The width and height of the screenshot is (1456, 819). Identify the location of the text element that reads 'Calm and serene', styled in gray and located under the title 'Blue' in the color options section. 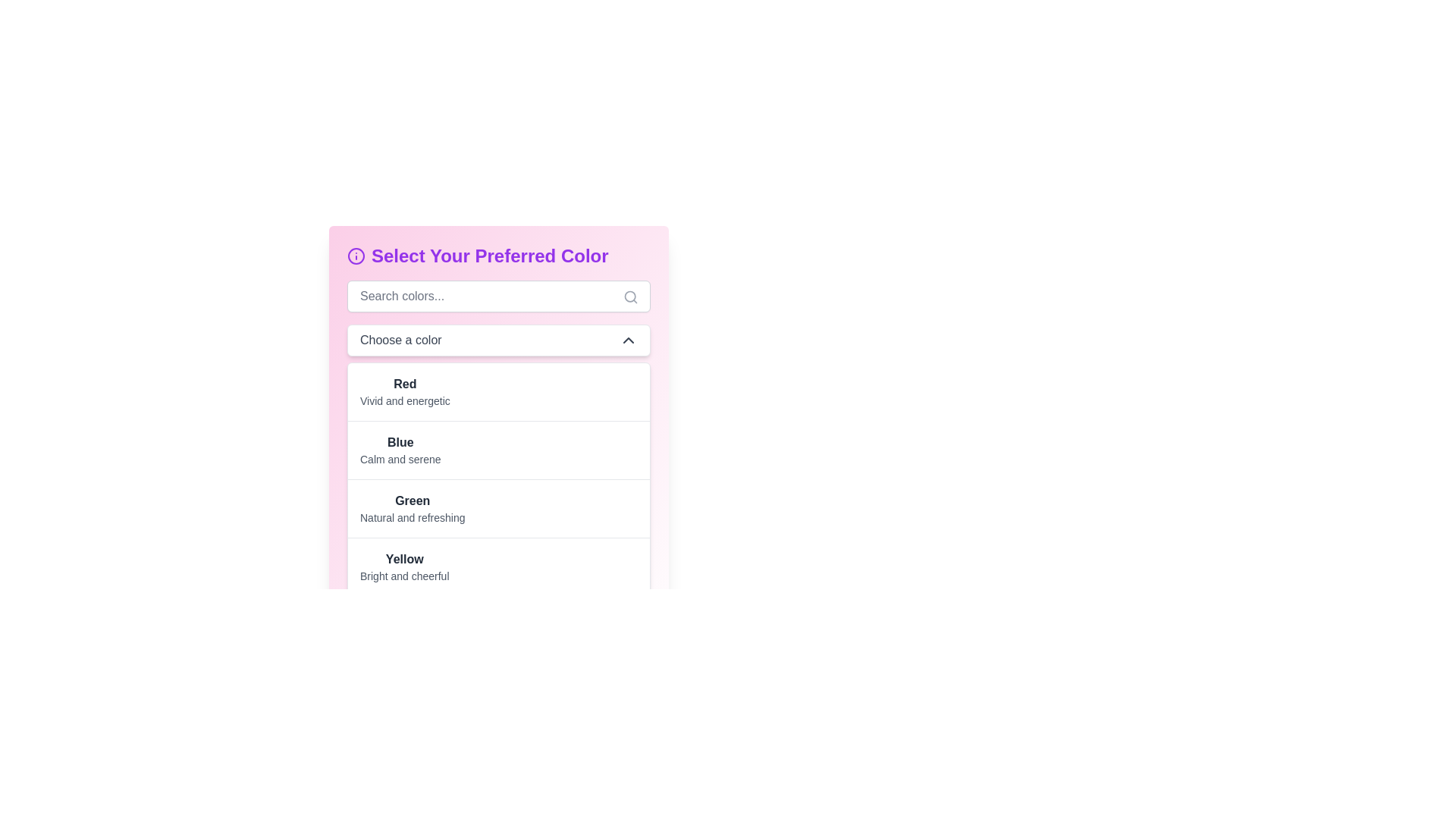
(400, 458).